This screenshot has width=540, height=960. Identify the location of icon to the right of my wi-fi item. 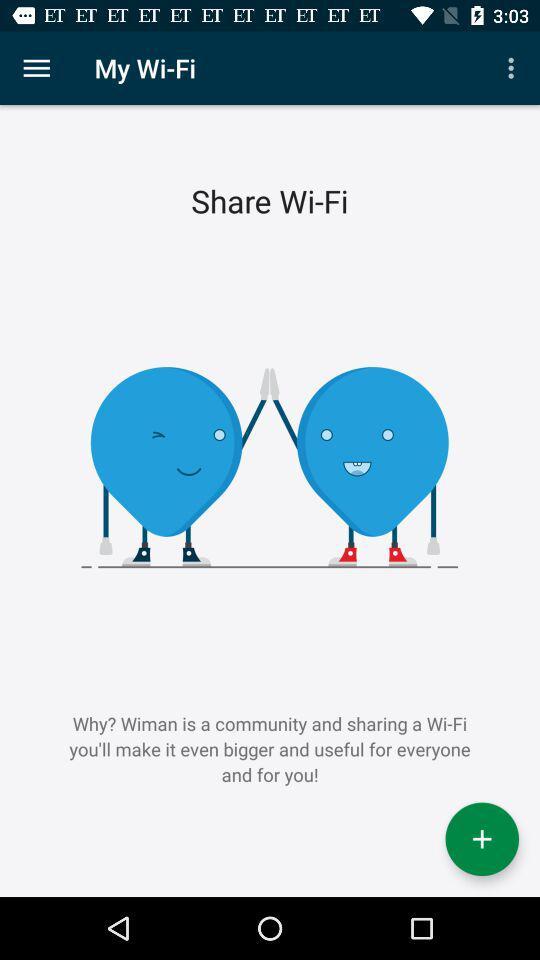
(513, 68).